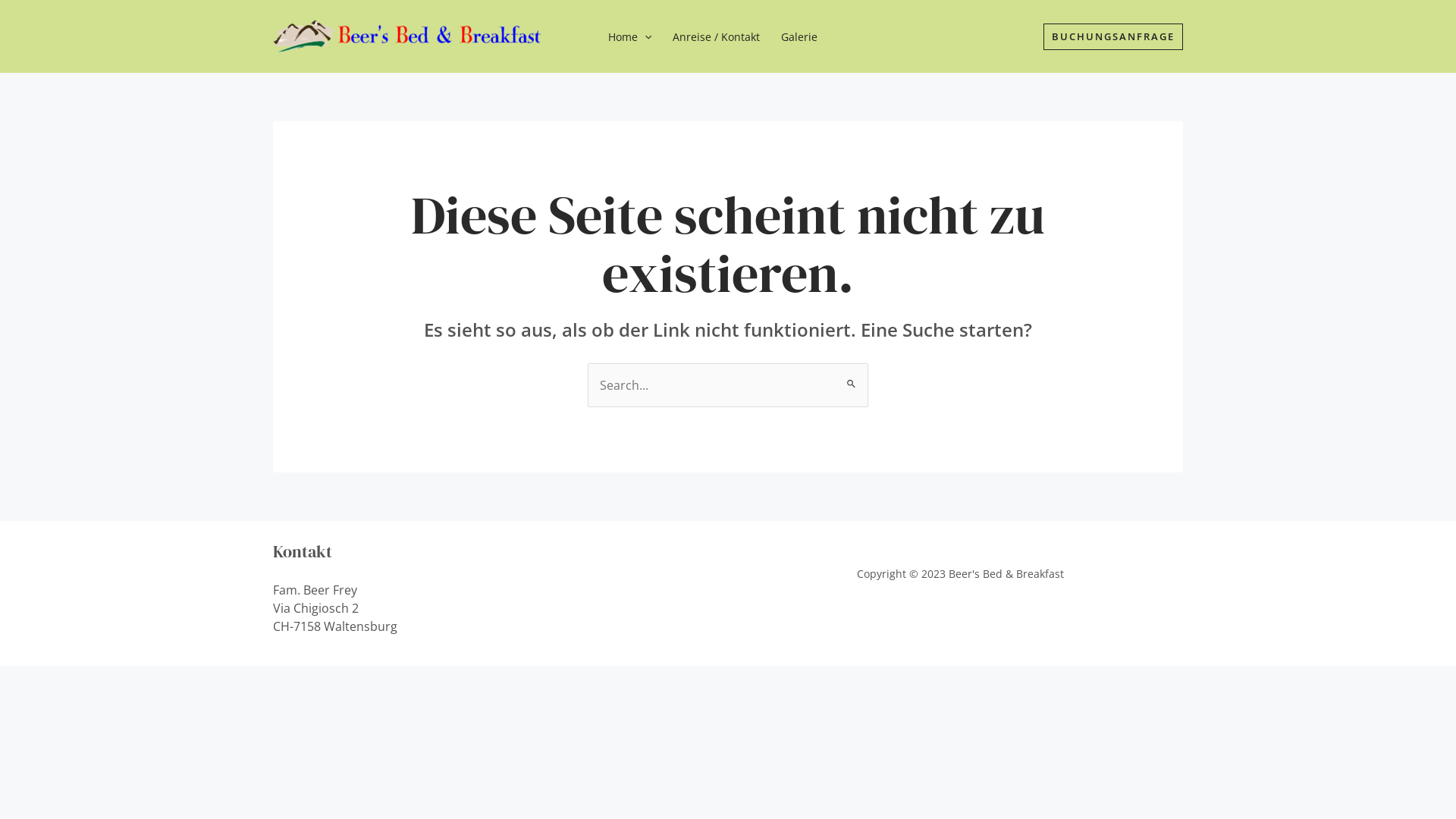 Image resolution: width=1456 pixels, height=819 pixels. Describe the element at coordinates (596, 36) in the screenshot. I see `'Home'` at that location.